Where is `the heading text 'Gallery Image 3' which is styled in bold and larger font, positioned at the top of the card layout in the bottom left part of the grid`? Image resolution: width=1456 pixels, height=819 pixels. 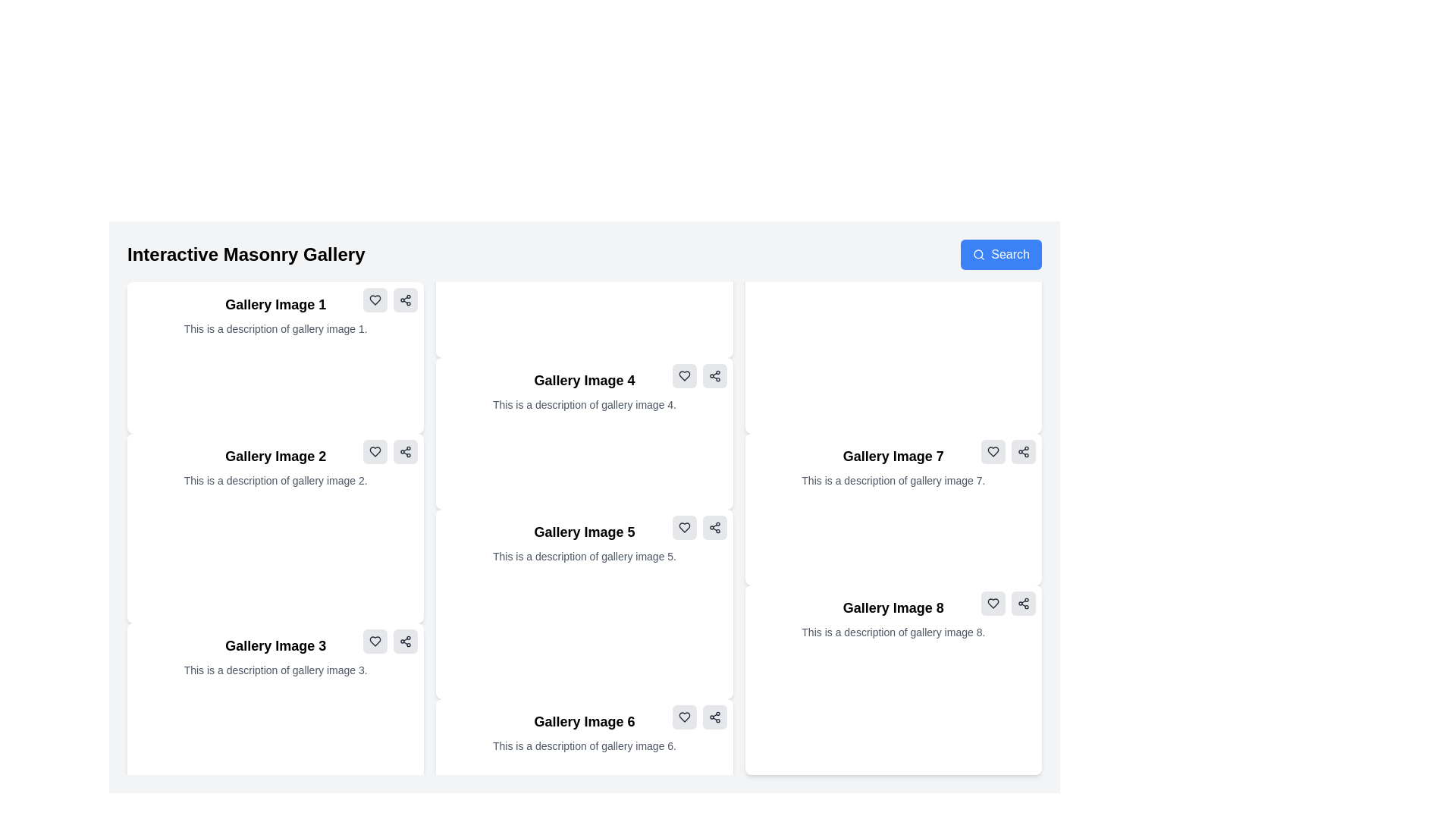
the heading text 'Gallery Image 3' which is styled in bold and larger font, positioned at the top of the card layout in the bottom left part of the grid is located at coordinates (275, 646).